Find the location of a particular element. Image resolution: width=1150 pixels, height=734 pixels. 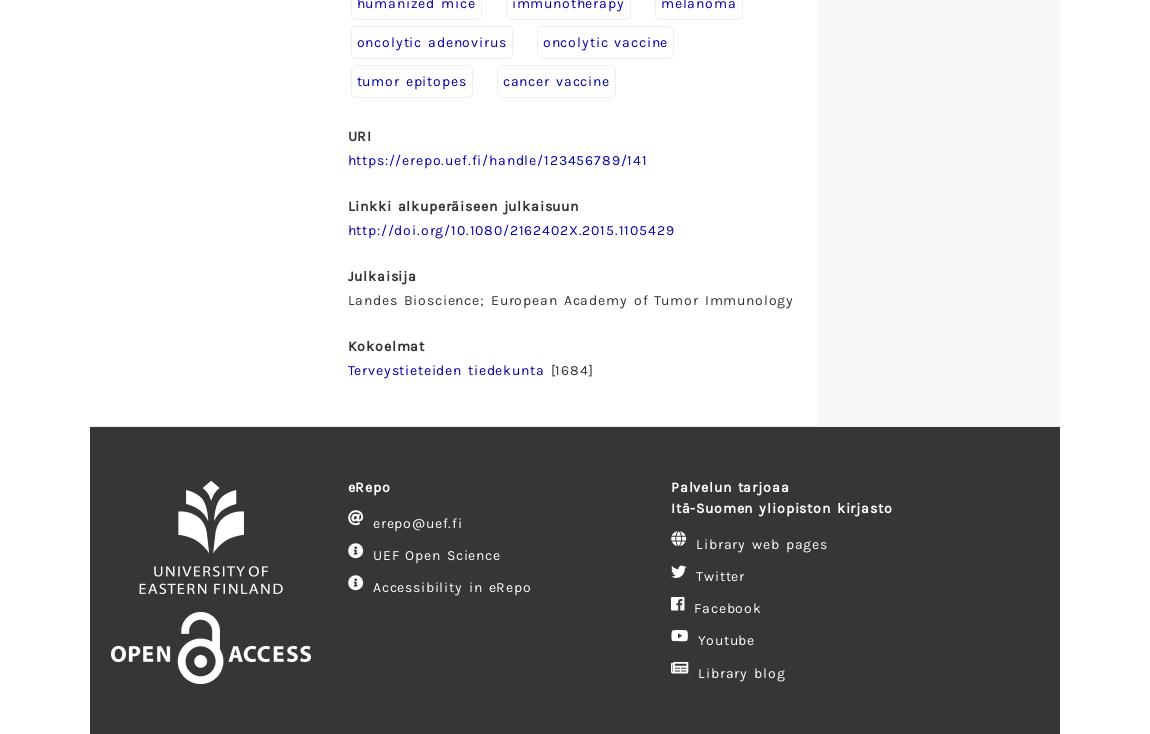

'Itä-Suomen yliopiston kirjasto' is located at coordinates (779, 506).